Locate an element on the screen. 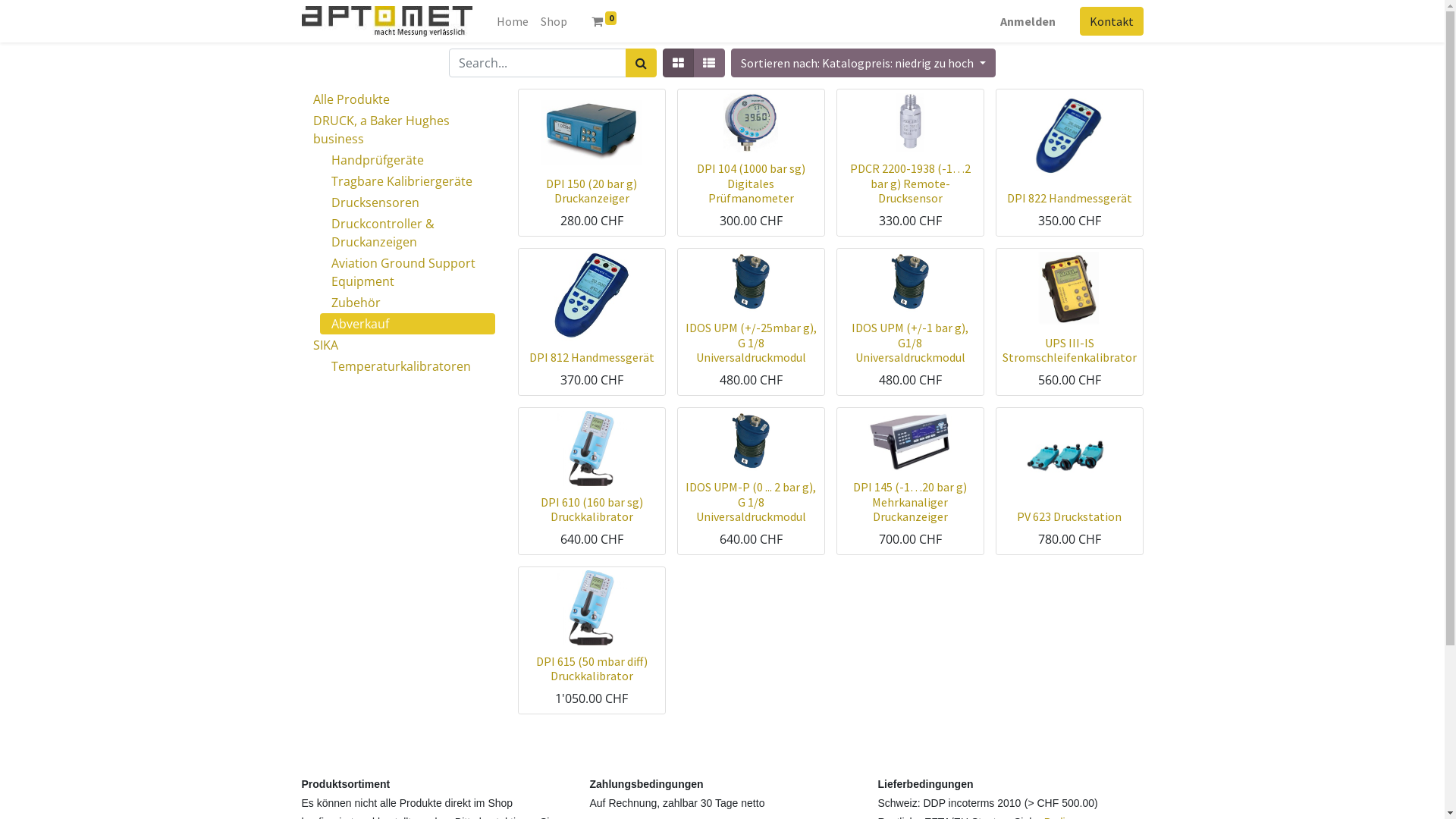  'Home' is located at coordinates (513, 20).